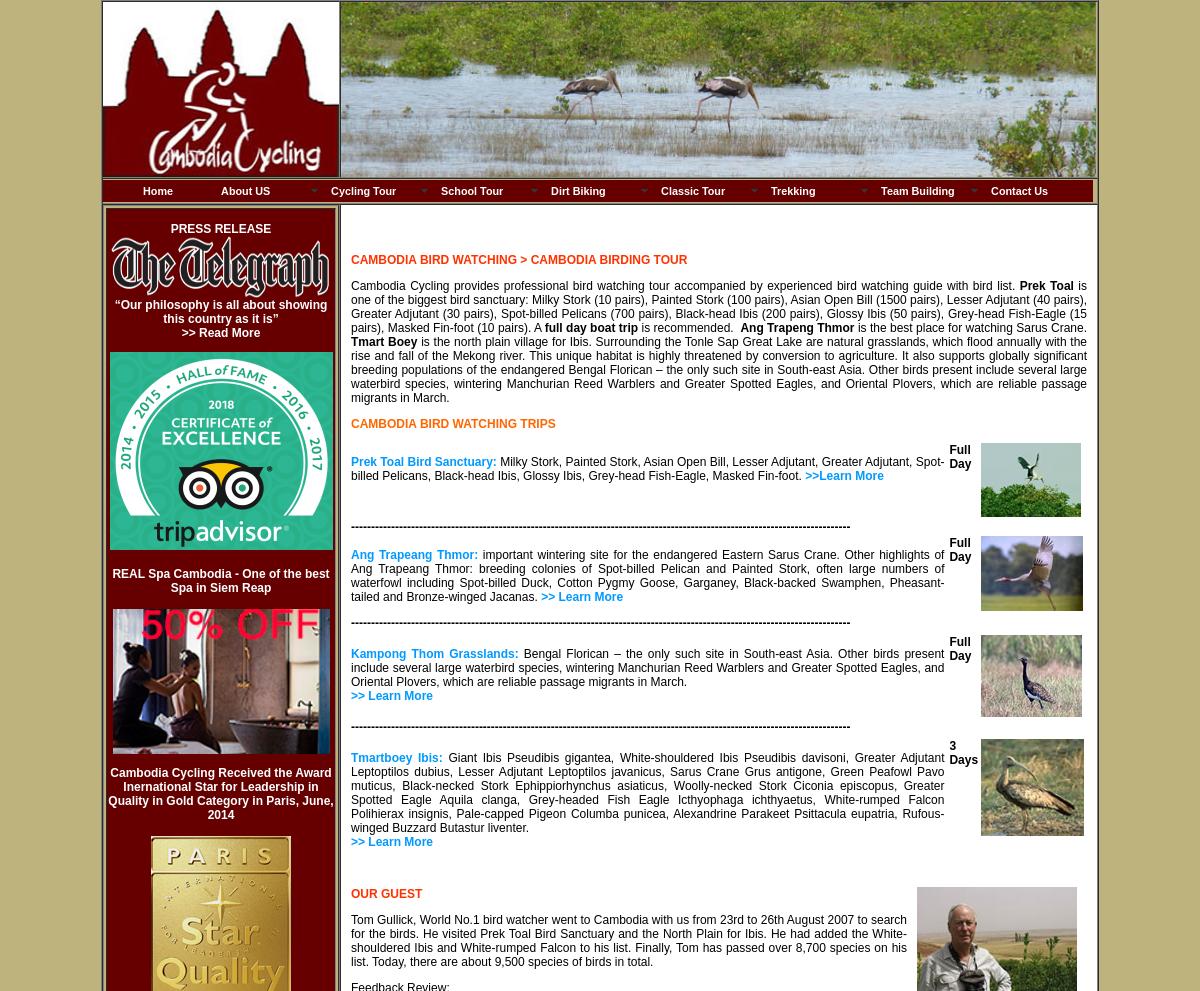 This screenshot has height=991, width=1200. Describe the element at coordinates (219, 310) in the screenshot. I see `'“Our philosophy is all about showing this country as it is”'` at that location.